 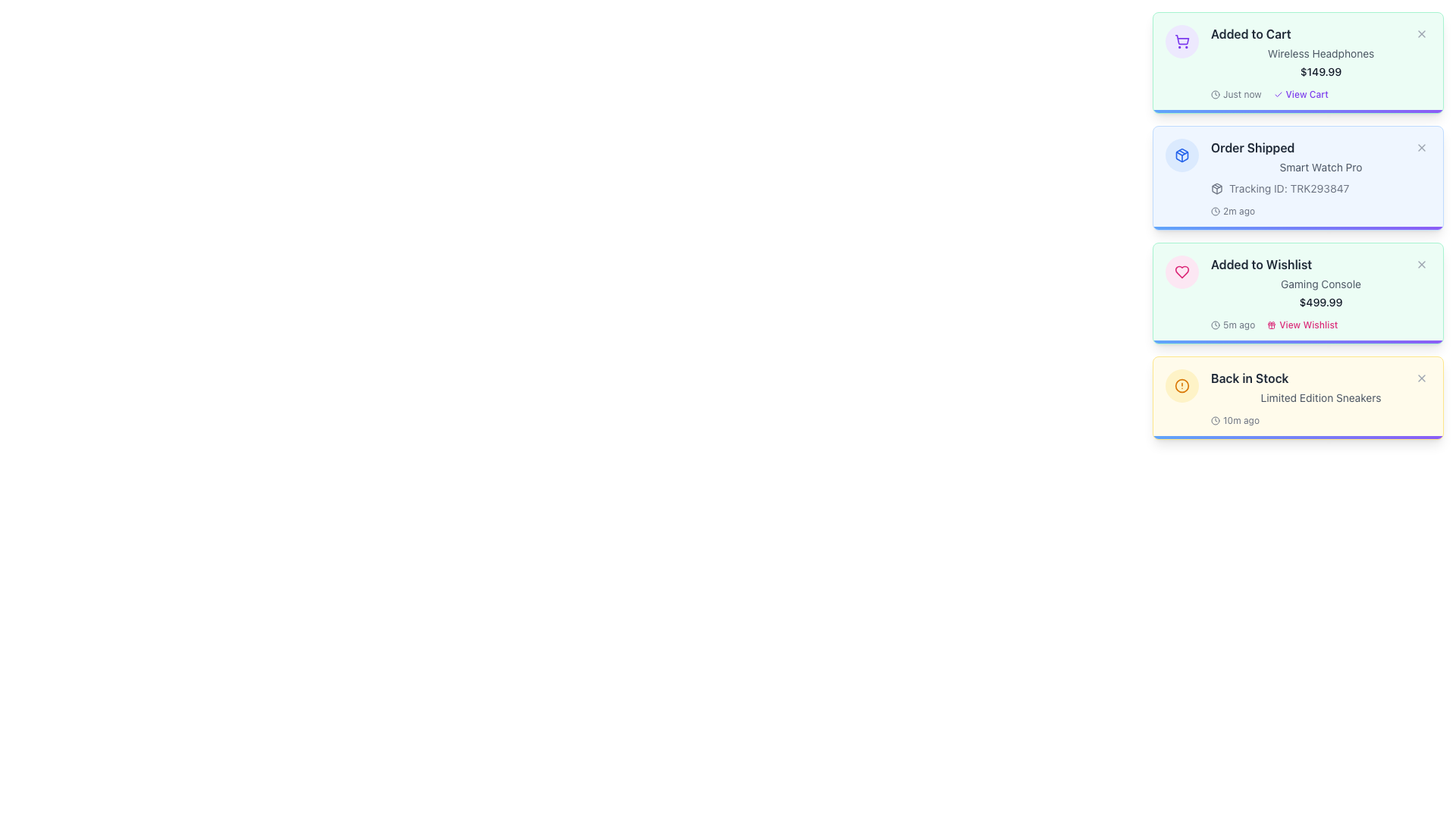 What do you see at coordinates (1288, 188) in the screenshot?
I see `the Text label that displays the tracking ID associated with an order or shipment, located to the right of the package icon` at bounding box center [1288, 188].